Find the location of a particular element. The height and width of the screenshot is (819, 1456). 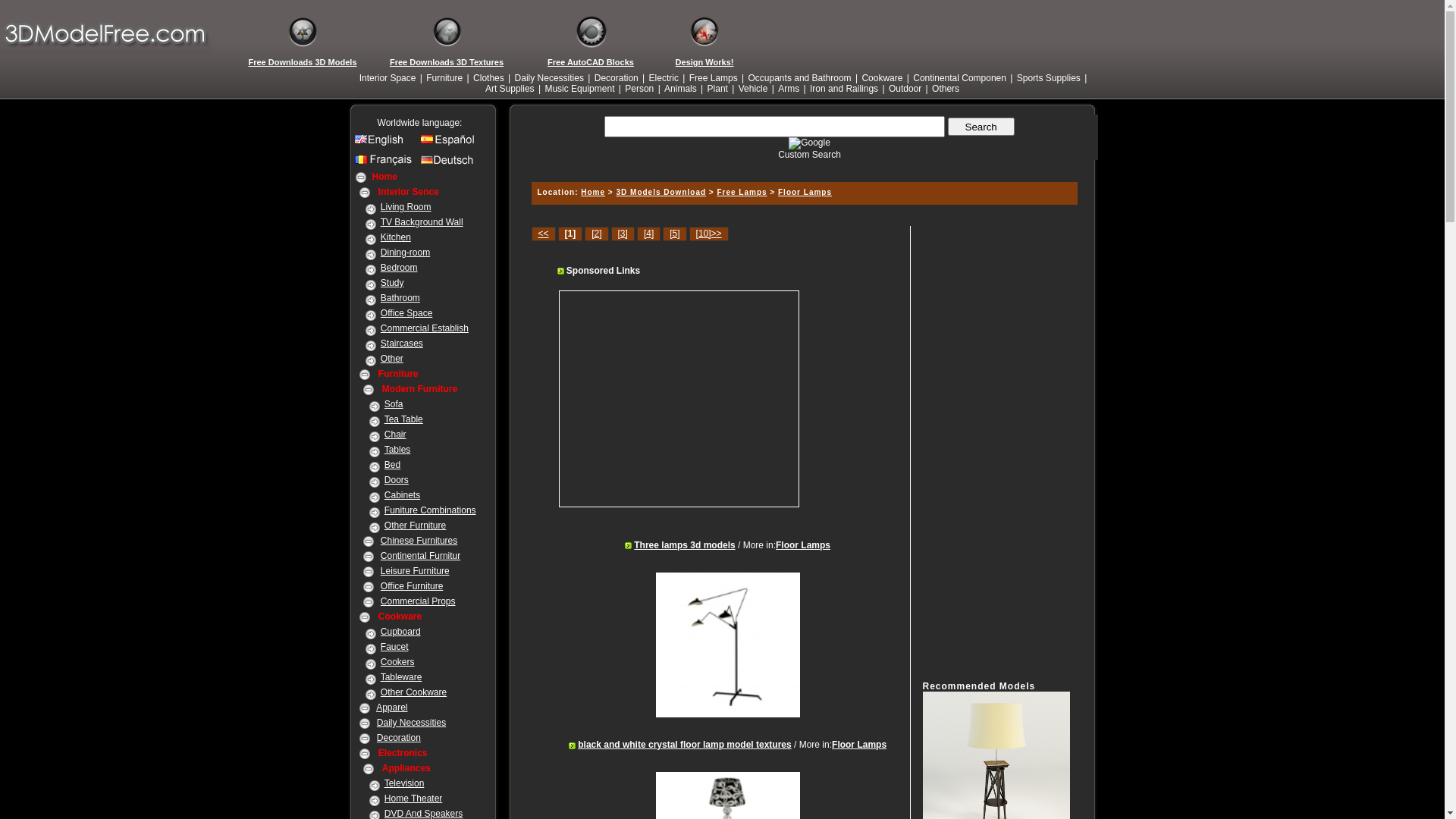

'Germany site' is located at coordinates (419, 164).